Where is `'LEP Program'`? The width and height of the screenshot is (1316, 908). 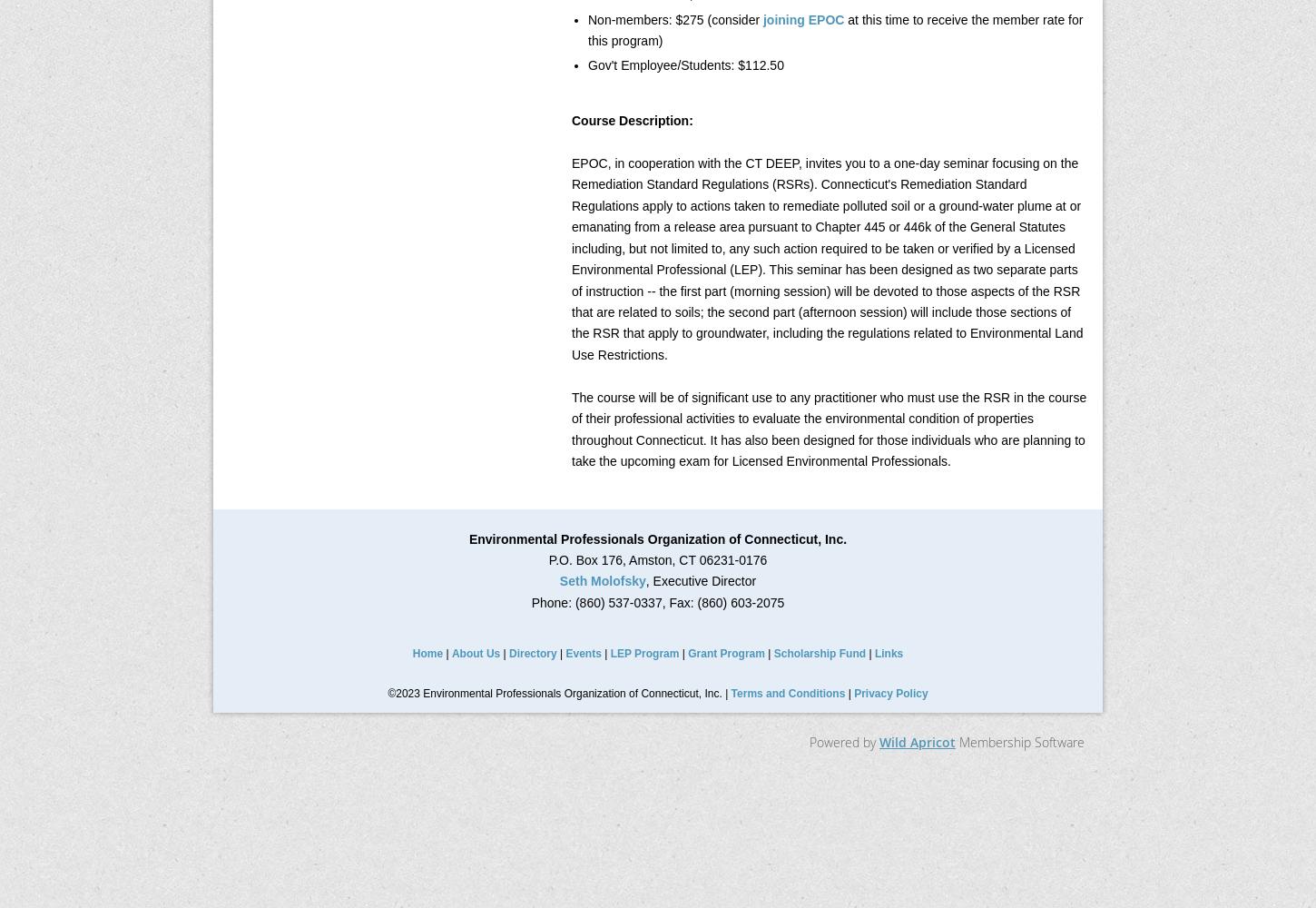 'LEP Program' is located at coordinates (643, 653).